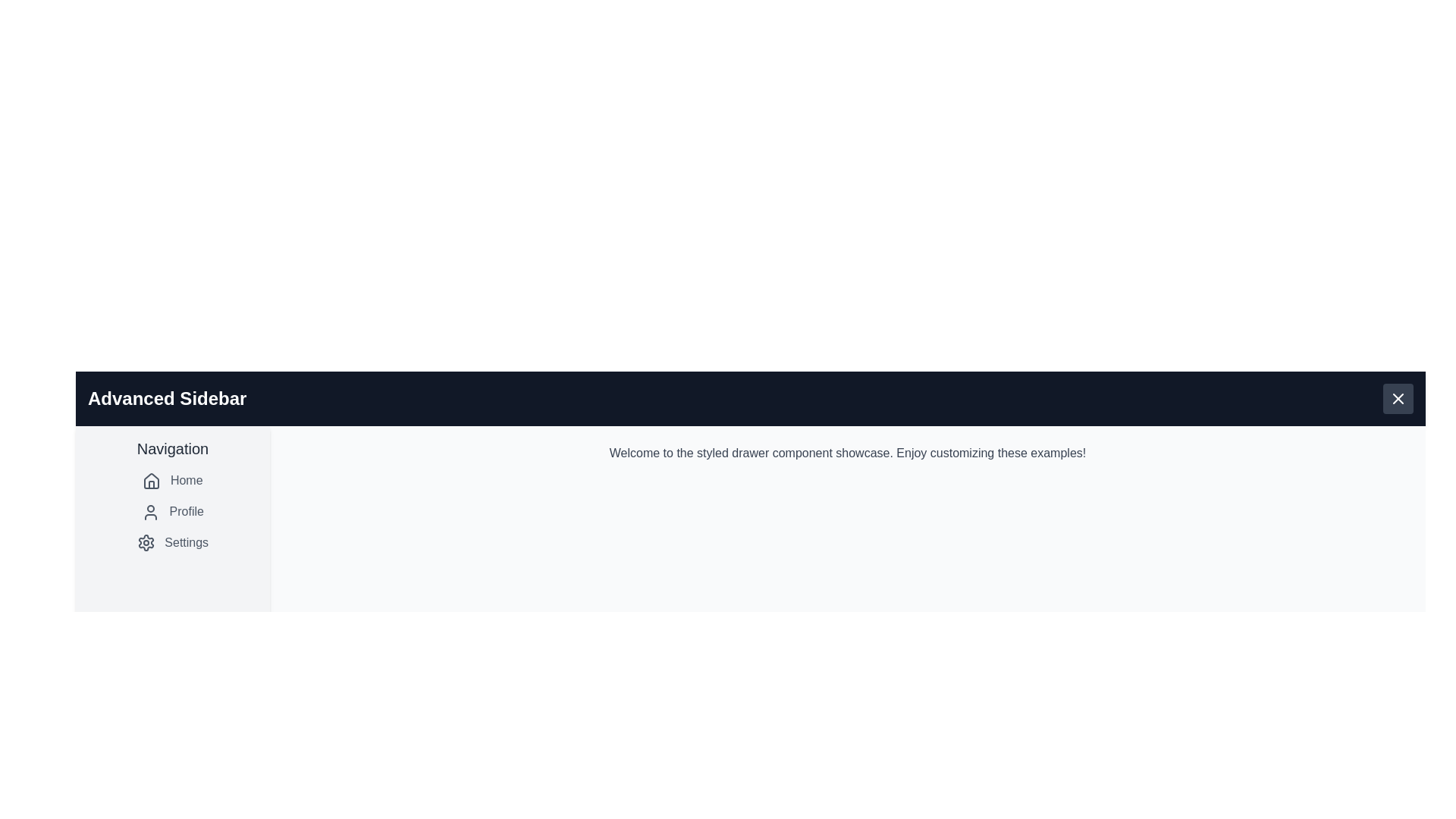  I want to click on the text element that reads 'Welcome to the styled drawer component showcase. Enjoy customizing these examples!' which is styled with gray font and centrally aligned within the main content area, so click(847, 452).